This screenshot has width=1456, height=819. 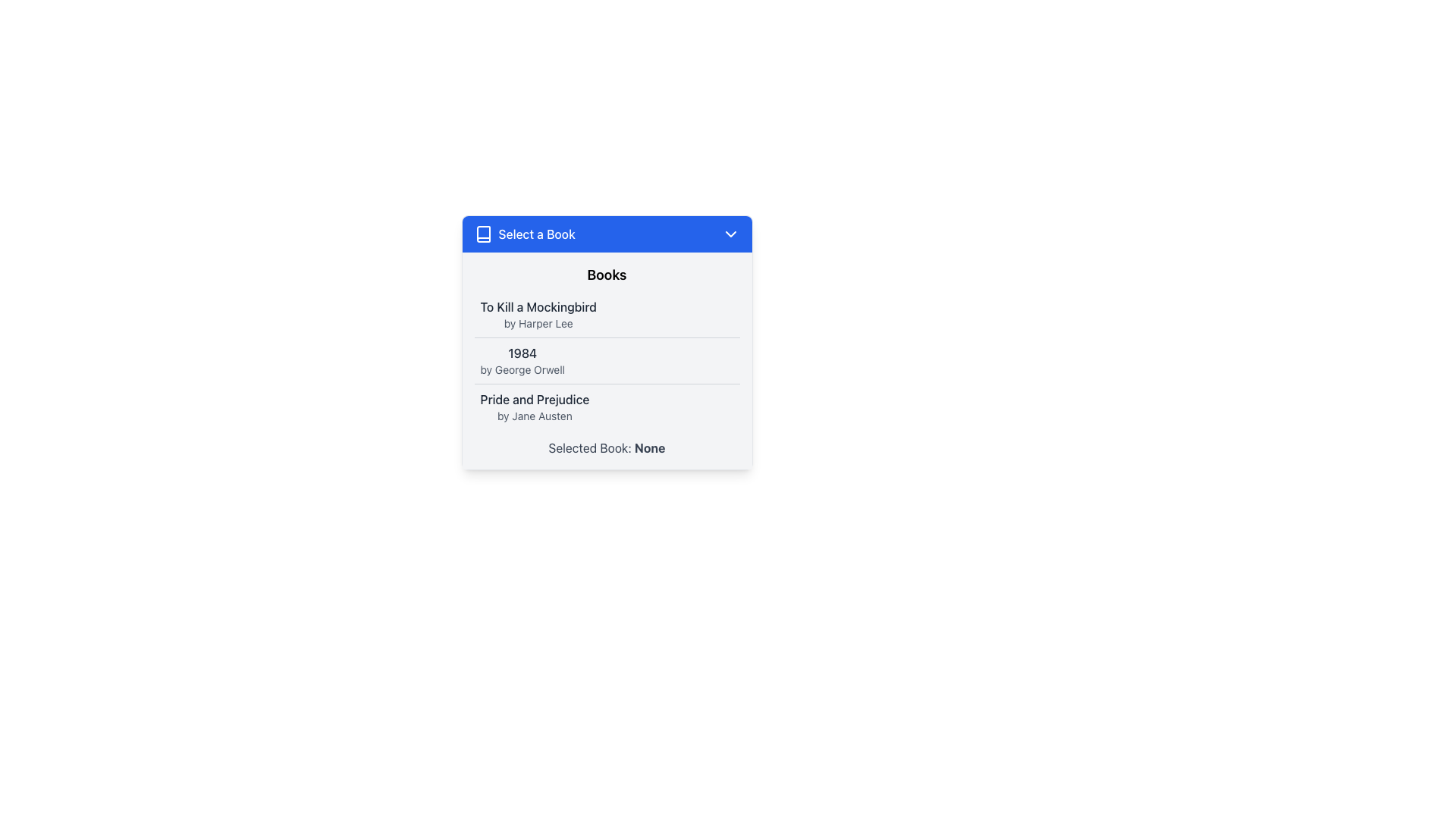 What do you see at coordinates (535, 399) in the screenshot?
I see `title of the book 'Pride and Prejudice' displayed as the third entry in the book list within the 'Books' section of the modal window` at bounding box center [535, 399].